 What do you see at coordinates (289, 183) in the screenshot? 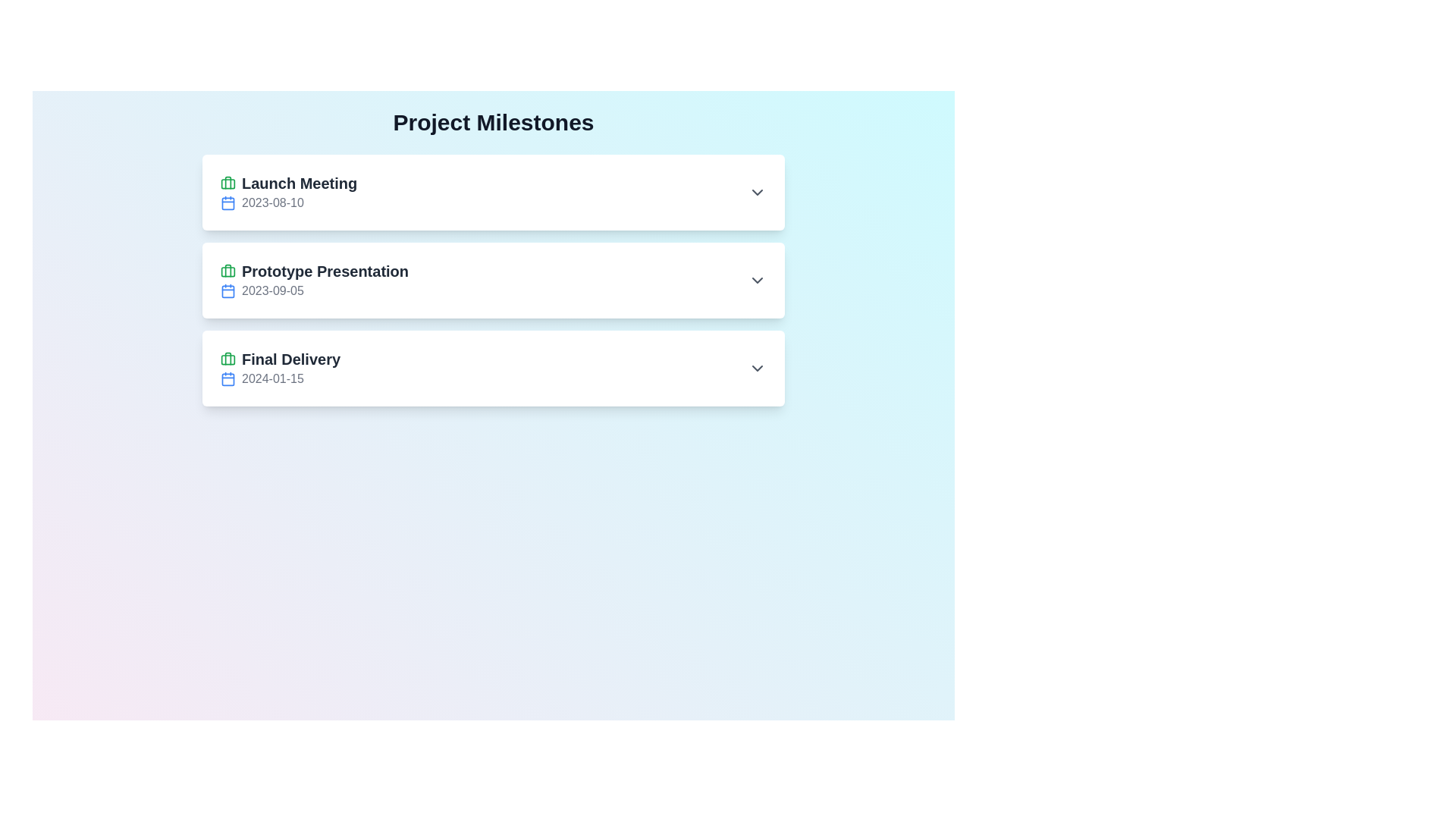
I see `the 'Launch Meeting' text label with a green briefcase icon` at bounding box center [289, 183].